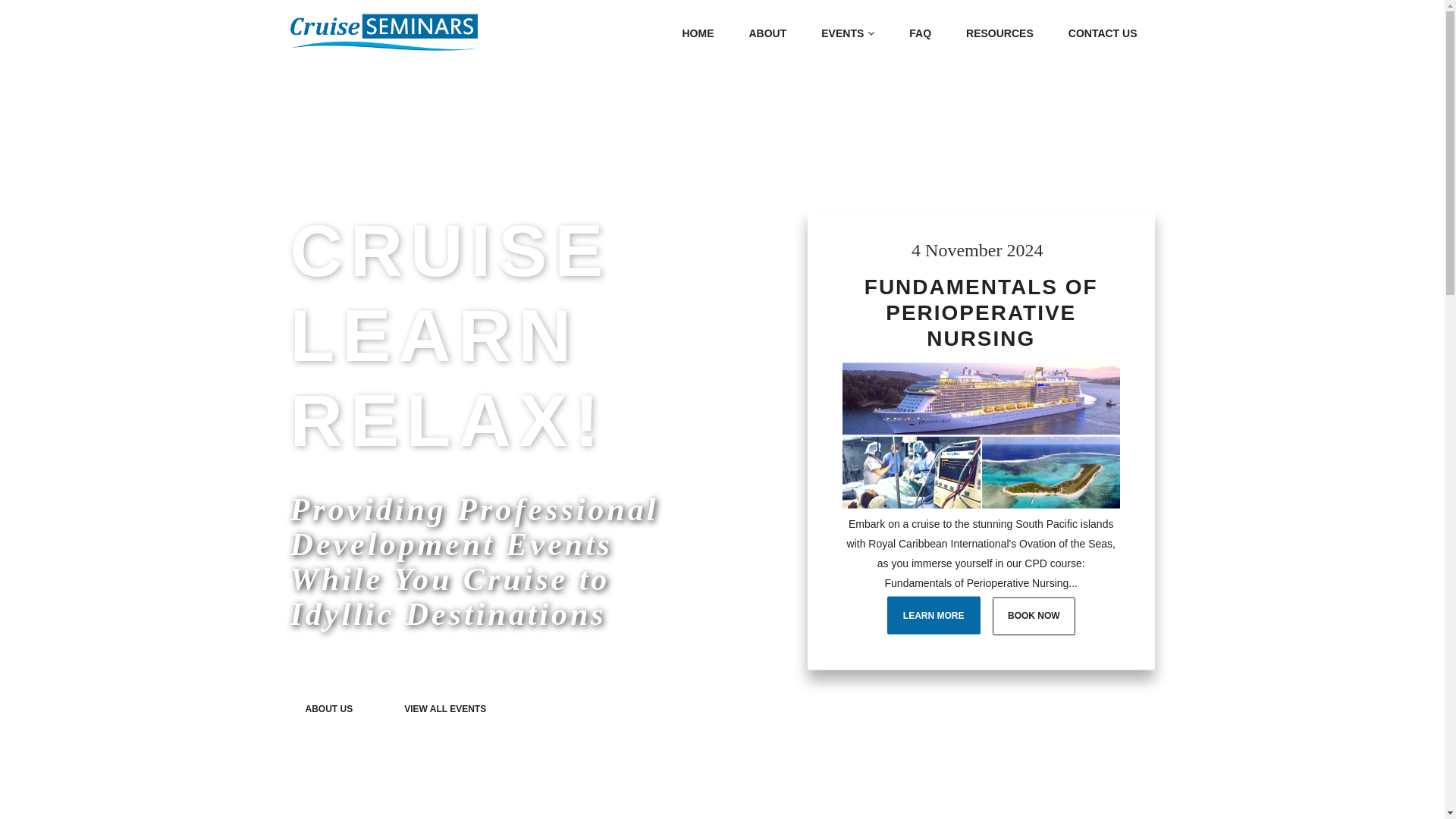  I want to click on 'RESOURCES', so click(953, 33).